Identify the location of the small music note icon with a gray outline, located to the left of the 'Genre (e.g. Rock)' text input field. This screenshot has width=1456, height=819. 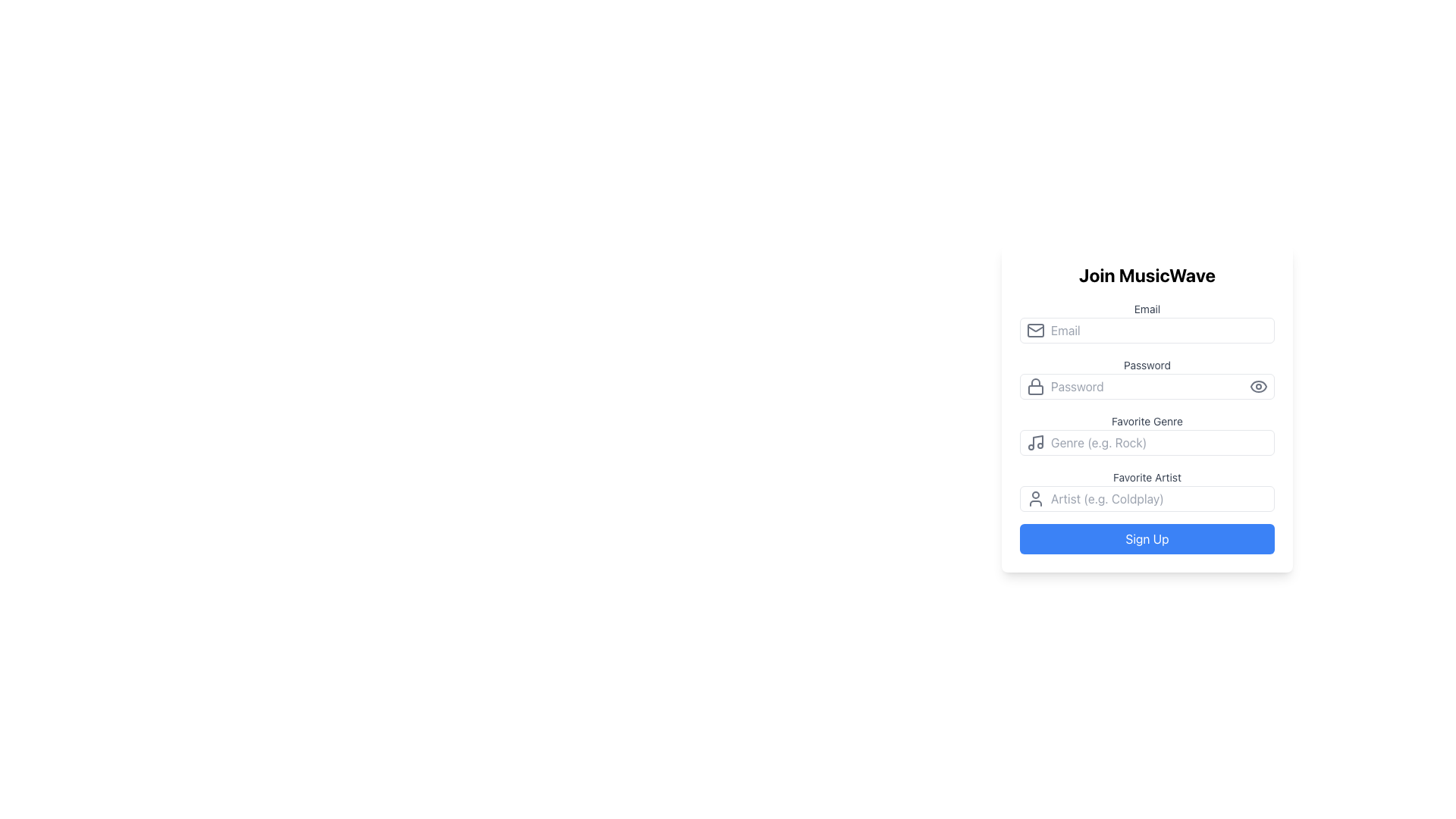
(1035, 442).